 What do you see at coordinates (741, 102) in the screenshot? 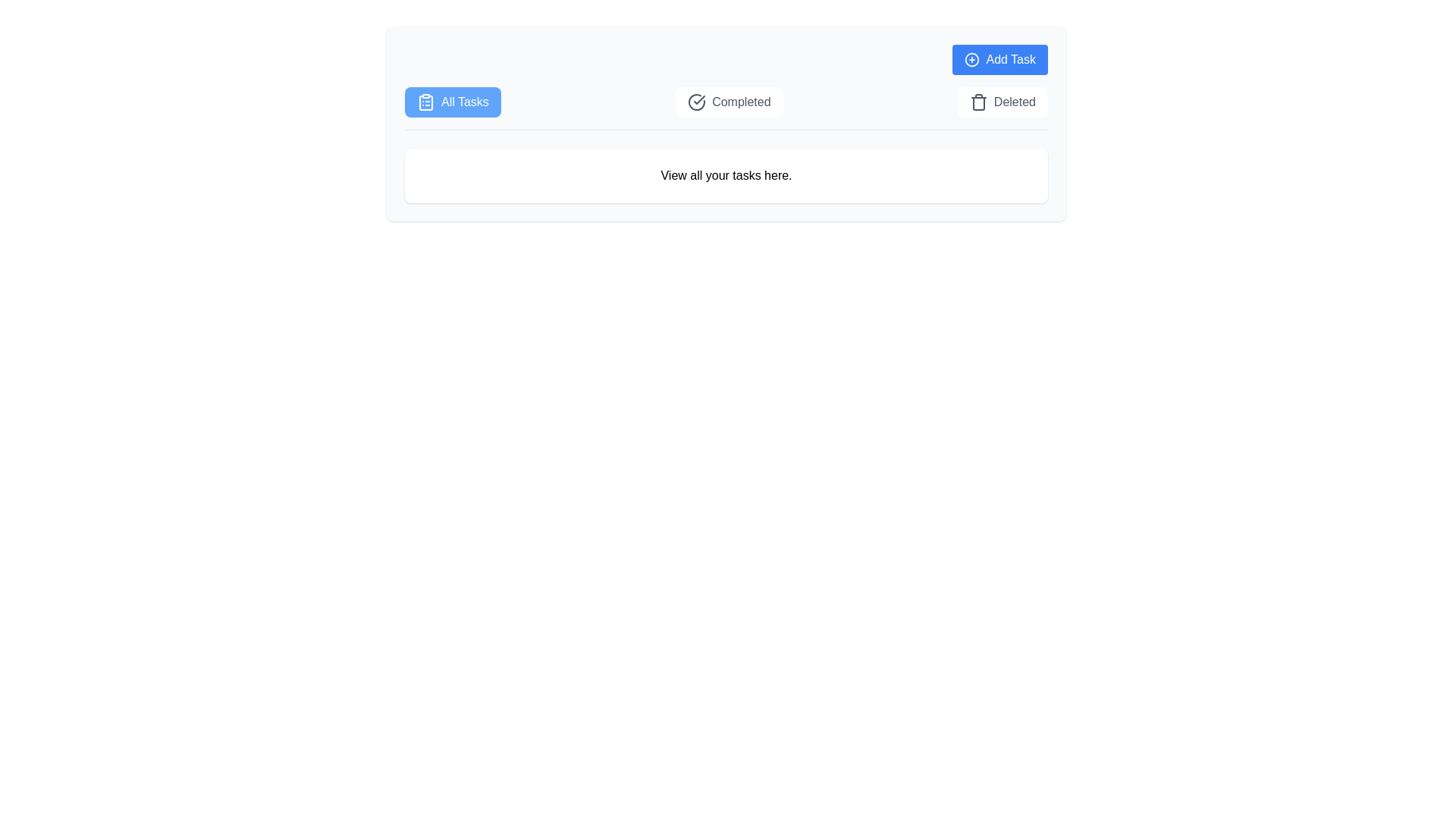
I see `the text label reading 'Completed', which is part of a button-like interface element with a white background, located to the right of a circular icon with a check mark` at bounding box center [741, 102].